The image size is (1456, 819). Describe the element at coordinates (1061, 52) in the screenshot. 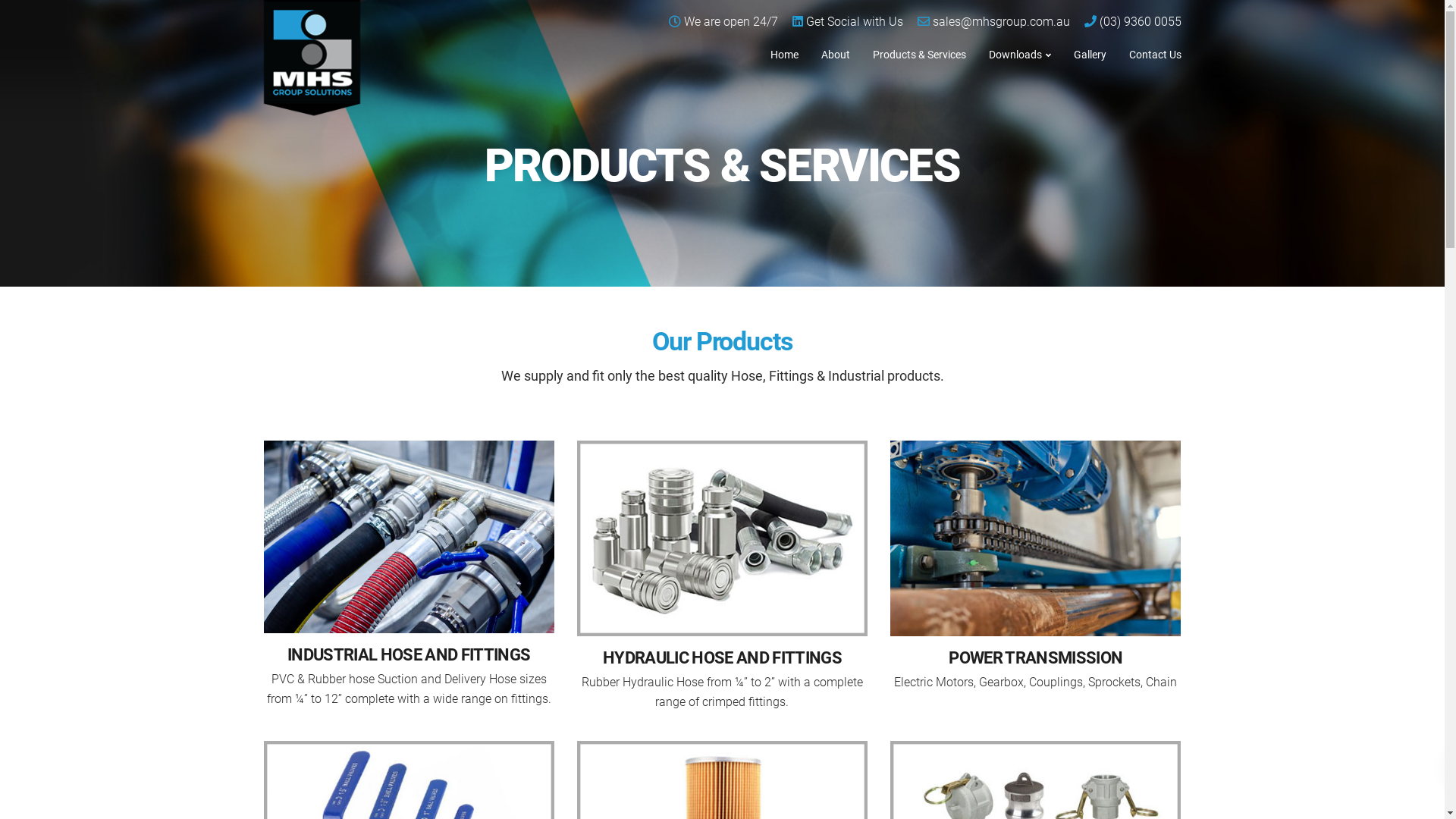

I see `'Gallery'` at that location.